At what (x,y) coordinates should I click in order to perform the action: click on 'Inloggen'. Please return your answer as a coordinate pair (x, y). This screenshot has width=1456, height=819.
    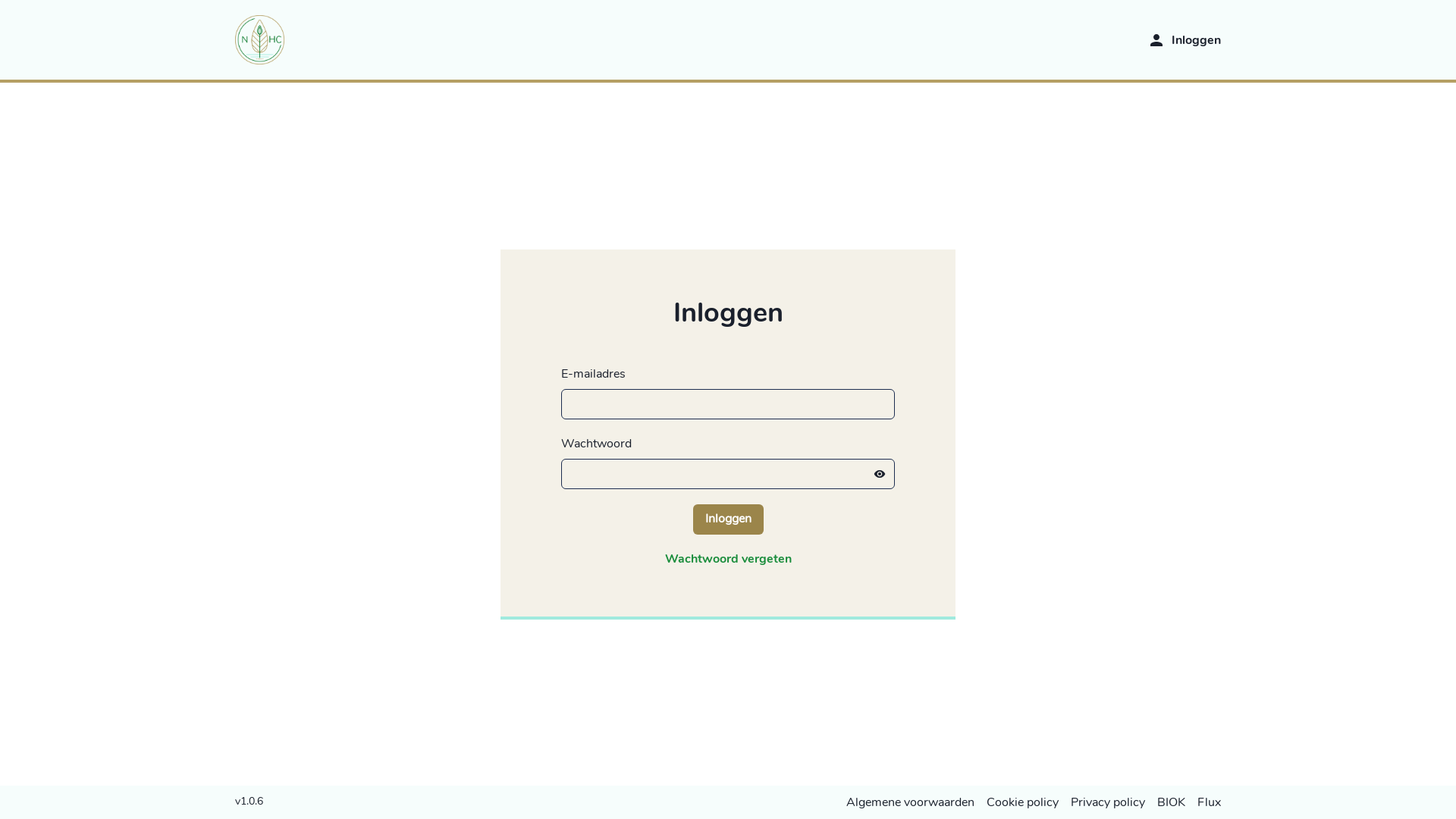
    Looking at the image, I should click on (1195, 39).